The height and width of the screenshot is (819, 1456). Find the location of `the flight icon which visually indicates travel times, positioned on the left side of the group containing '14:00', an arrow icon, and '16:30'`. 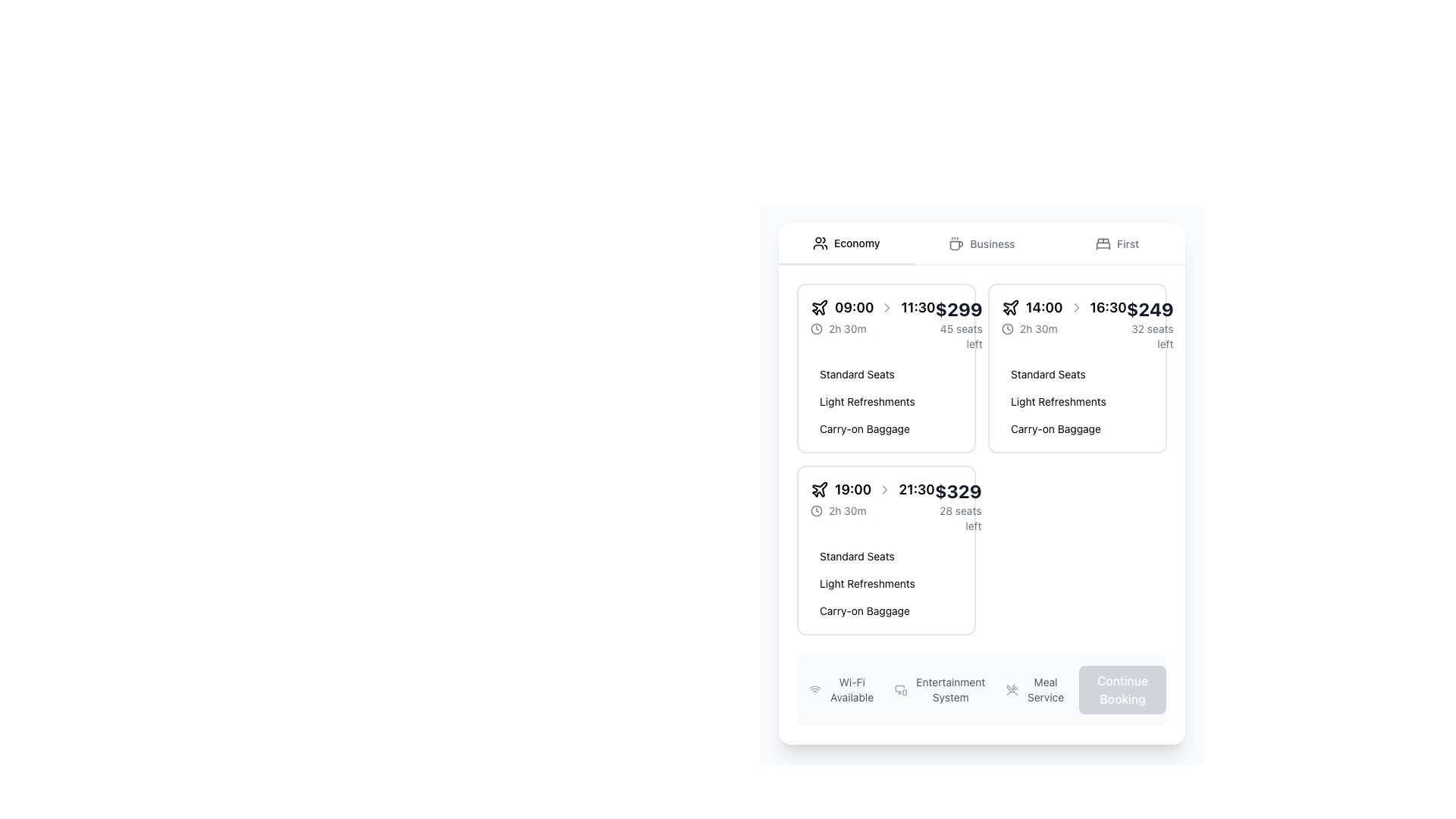

the flight icon which visually indicates travel times, positioned on the left side of the group containing '14:00', an arrow icon, and '16:30' is located at coordinates (1011, 307).